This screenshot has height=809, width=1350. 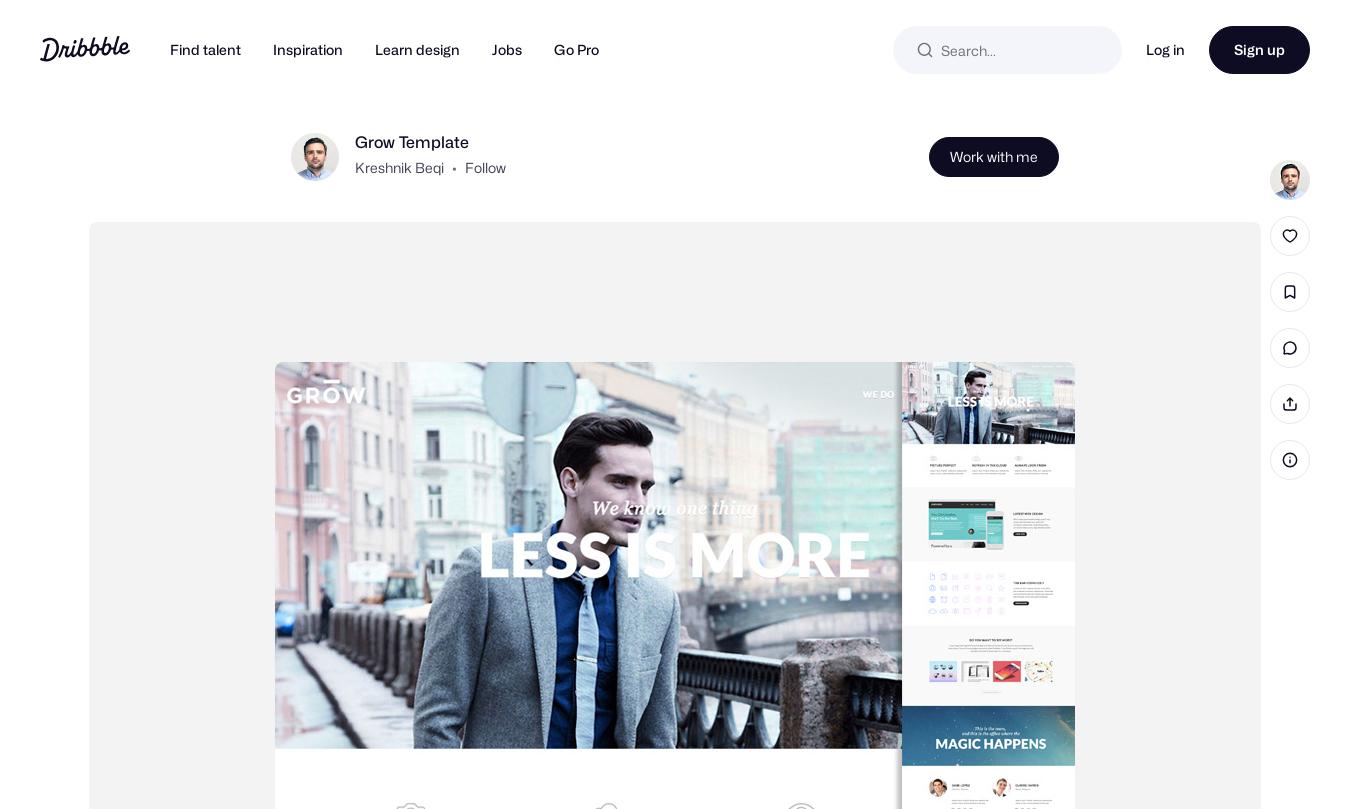 What do you see at coordinates (993, 187) in the screenshot?
I see `'Work with me'` at bounding box center [993, 187].